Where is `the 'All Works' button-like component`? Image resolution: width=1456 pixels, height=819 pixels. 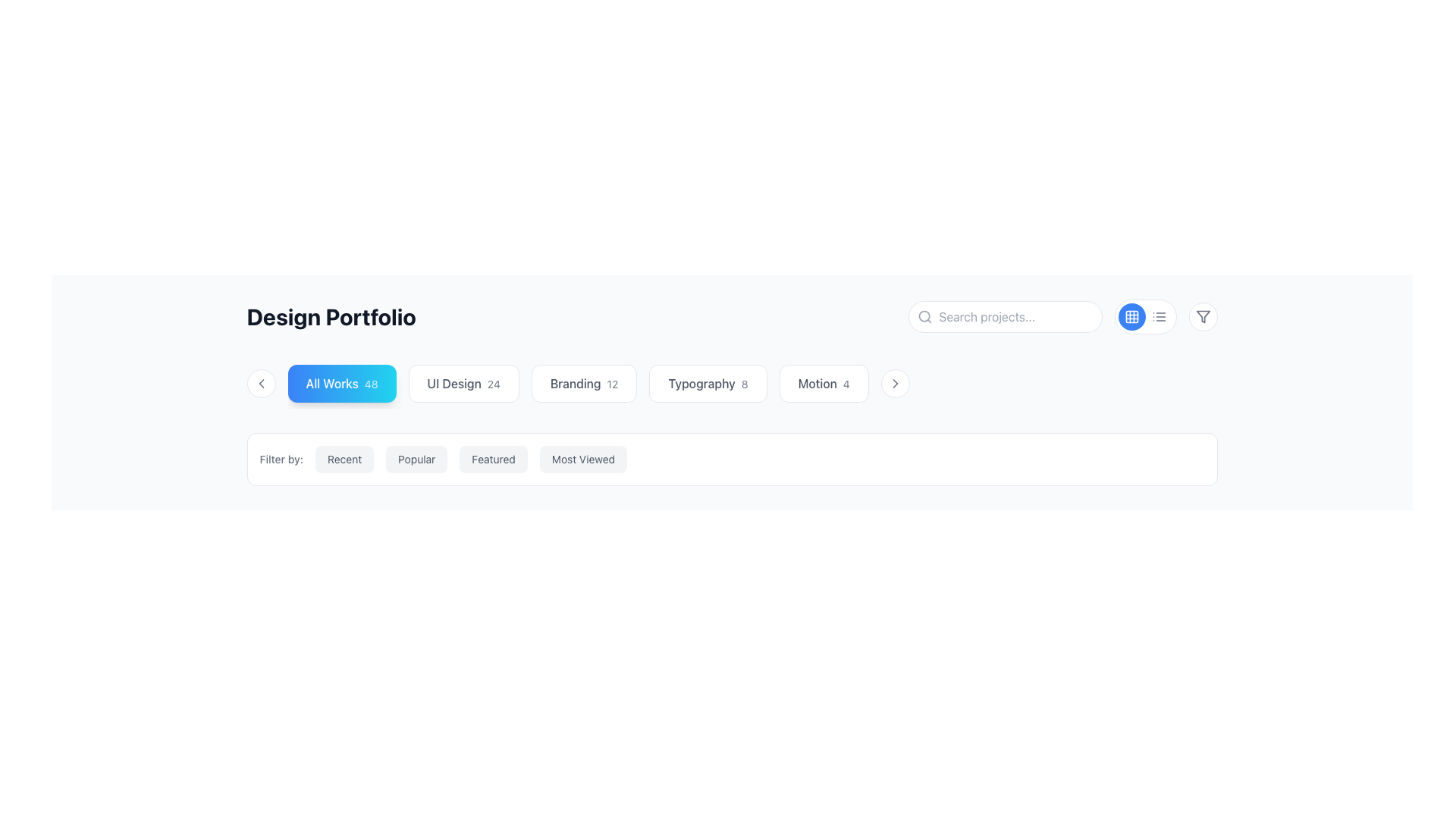 the 'All Works' button-like component is located at coordinates (331, 382).